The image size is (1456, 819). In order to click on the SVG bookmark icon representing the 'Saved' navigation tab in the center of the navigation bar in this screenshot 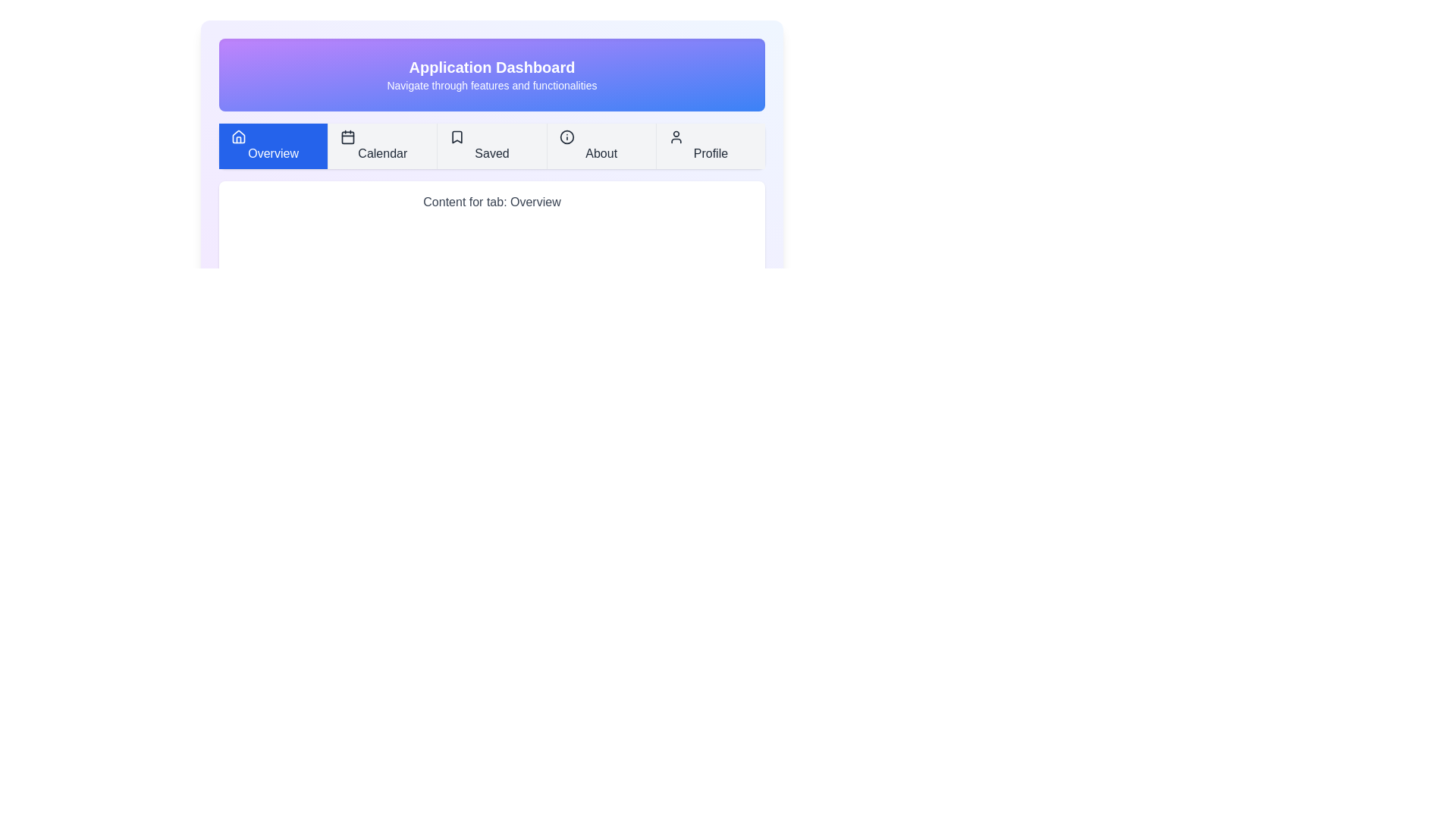, I will do `click(457, 137)`.